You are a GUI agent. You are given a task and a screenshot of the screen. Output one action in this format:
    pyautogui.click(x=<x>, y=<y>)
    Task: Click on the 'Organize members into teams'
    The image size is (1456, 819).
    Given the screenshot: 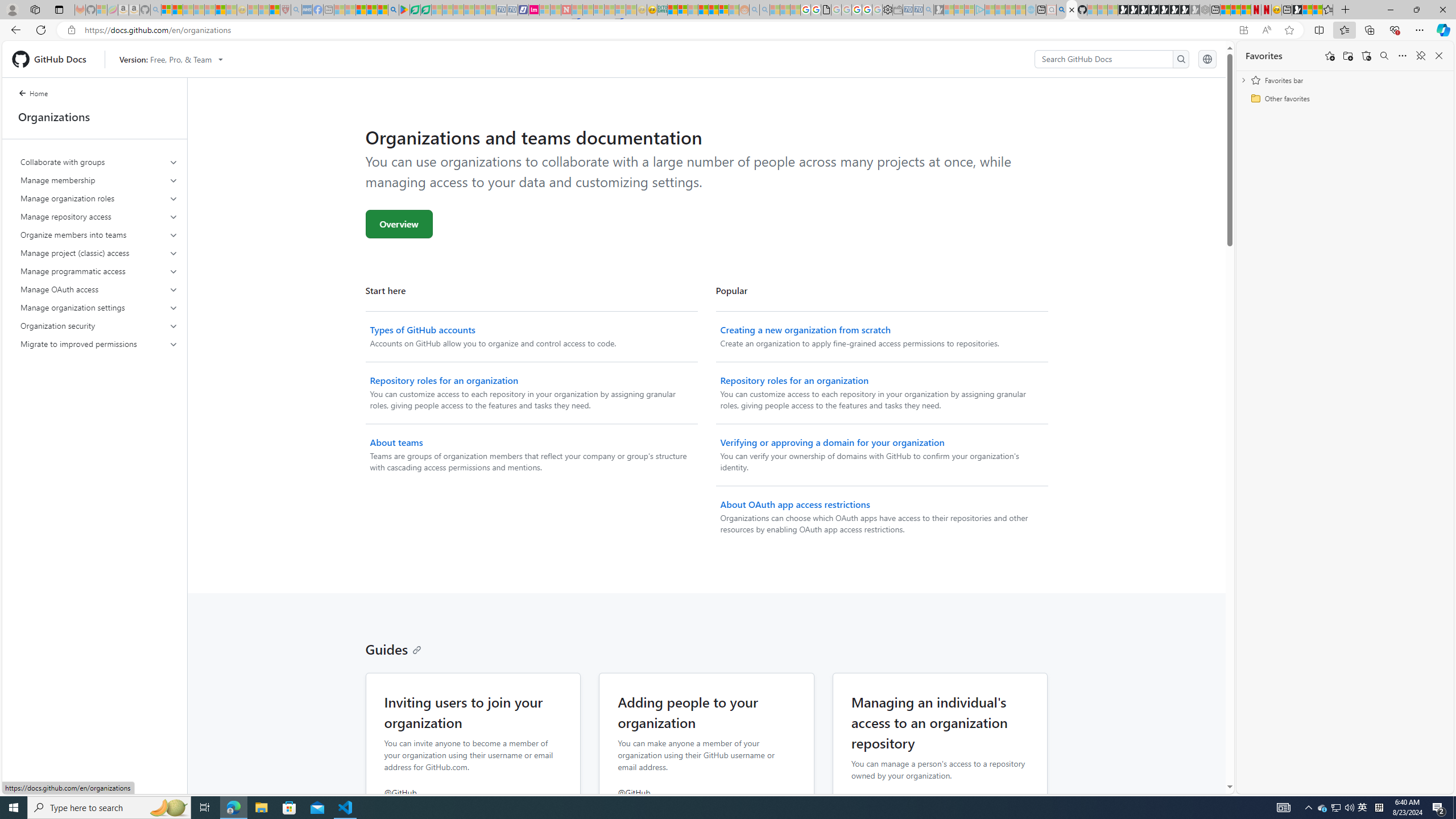 What is the action you would take?
    pyautogui.click(x=100, y=235)
    